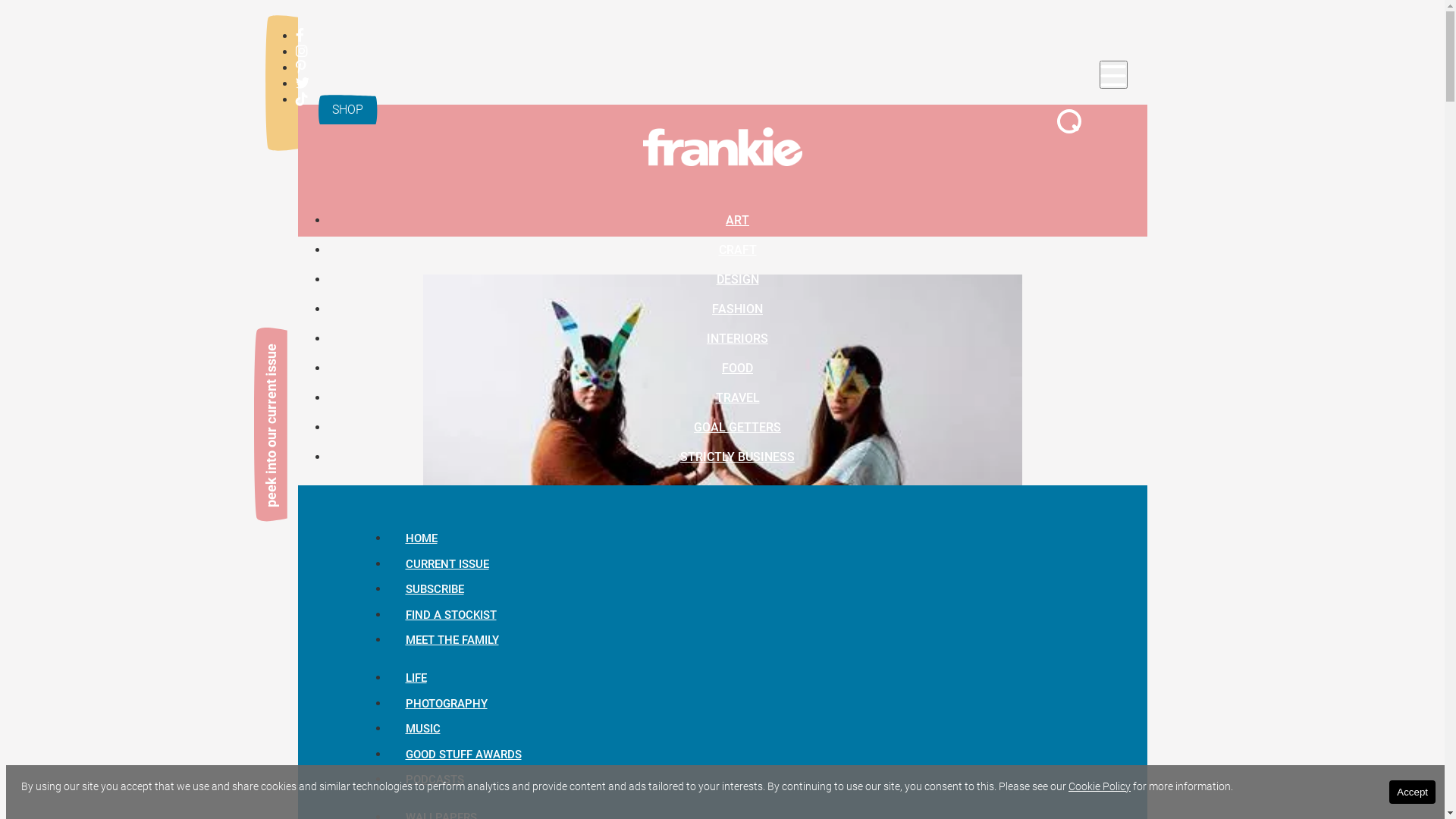 The image size is (1456, 819). I want to click on 'MUSIC', so click(422, 727).